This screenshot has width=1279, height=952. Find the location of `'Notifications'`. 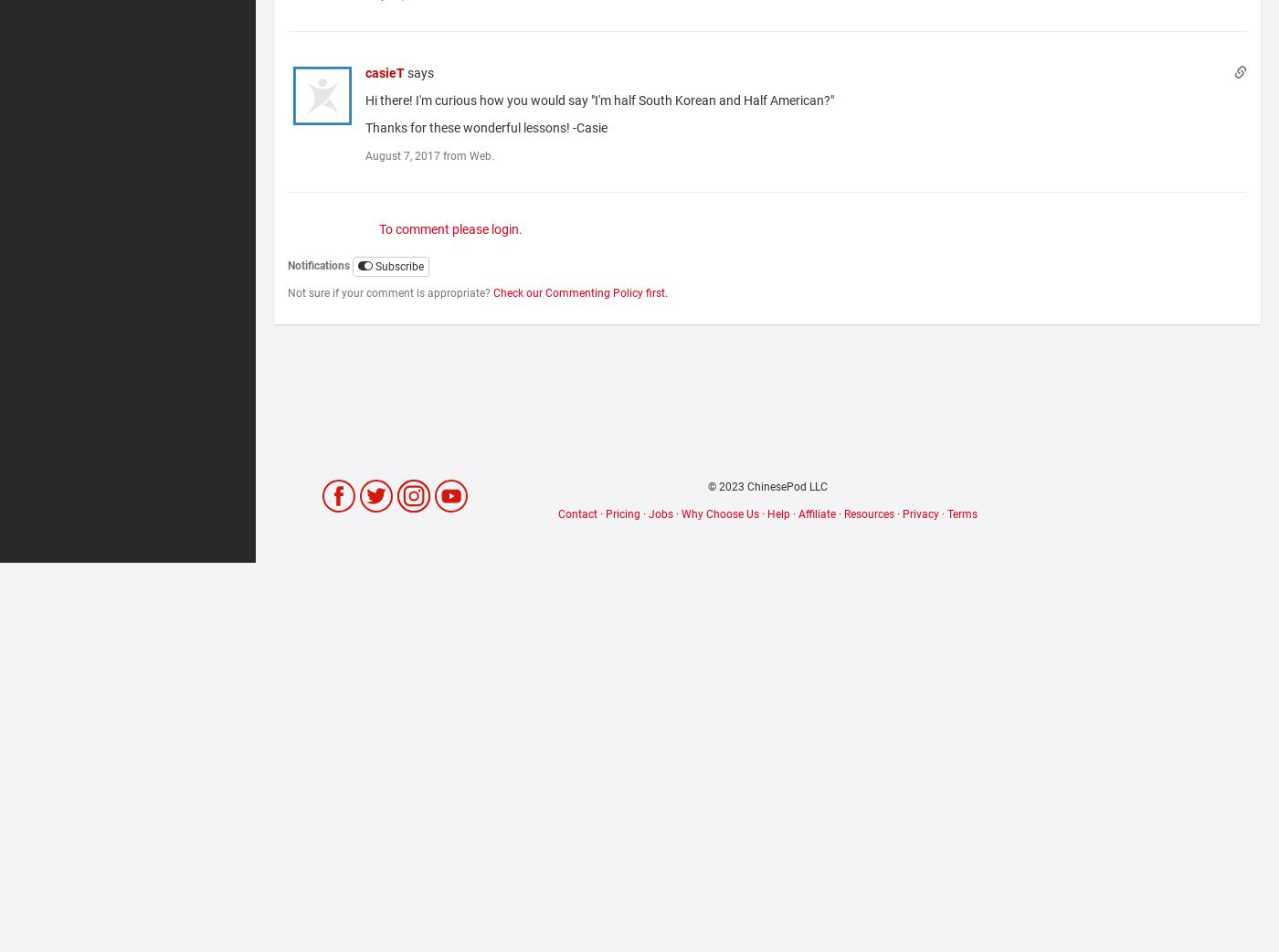

'Notifications' is located at coordinates (319, 266).